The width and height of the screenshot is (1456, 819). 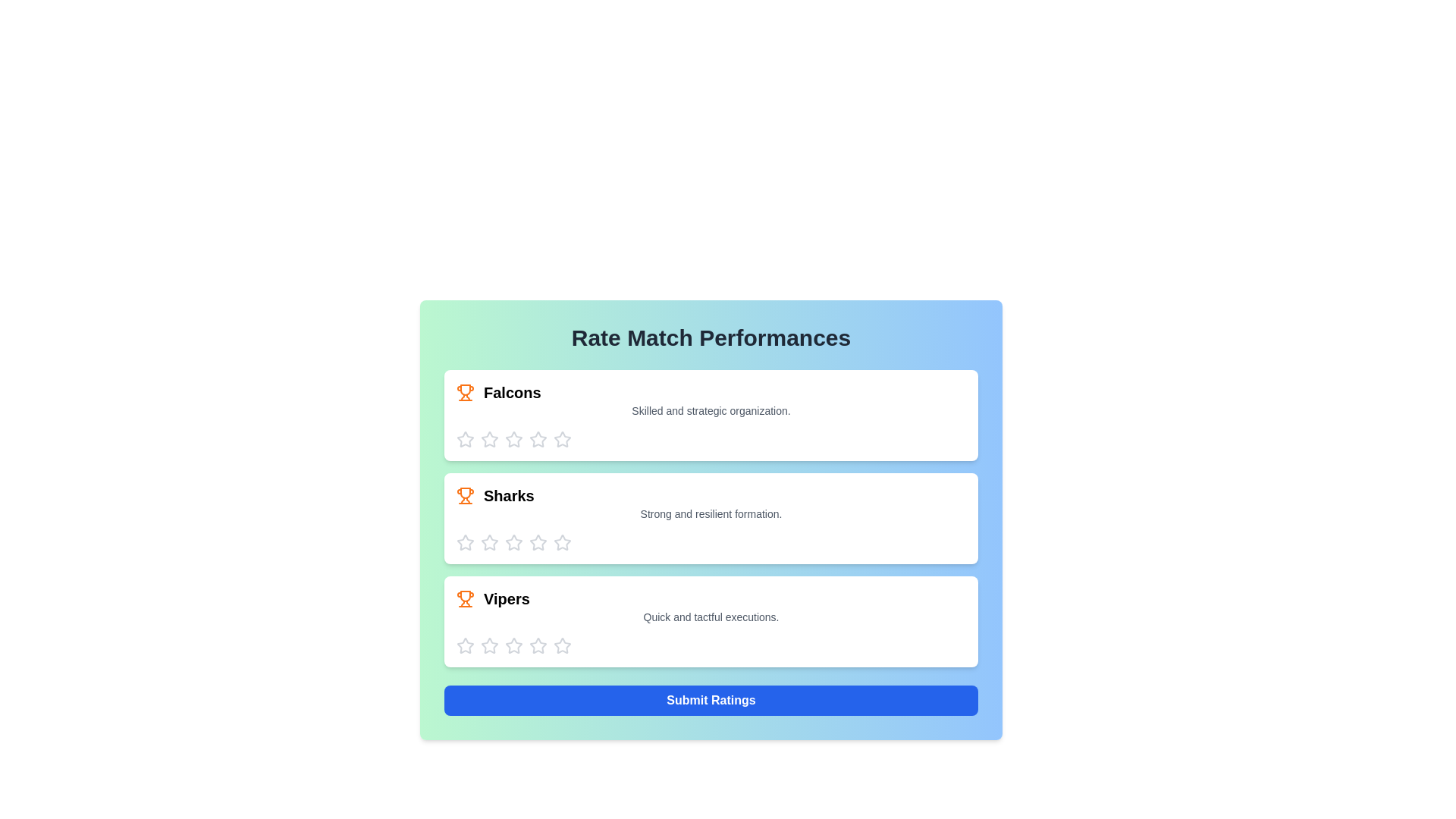 I want to click on the Vipers team's 1 star to set the rating, so click(x=465, y=646).